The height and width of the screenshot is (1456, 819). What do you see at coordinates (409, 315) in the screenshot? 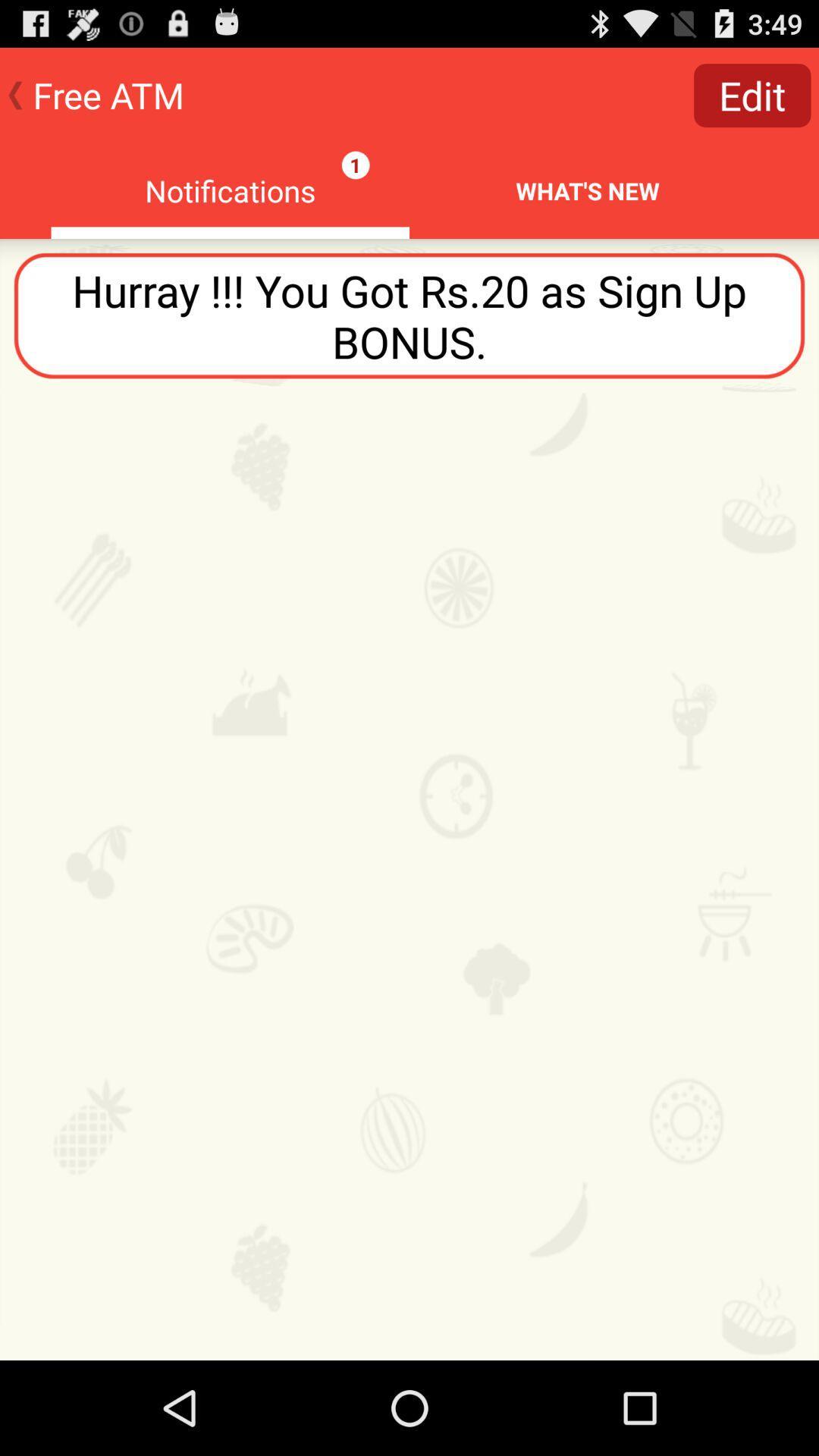
I see `the hurray you got` at bounding box center [409, 315].